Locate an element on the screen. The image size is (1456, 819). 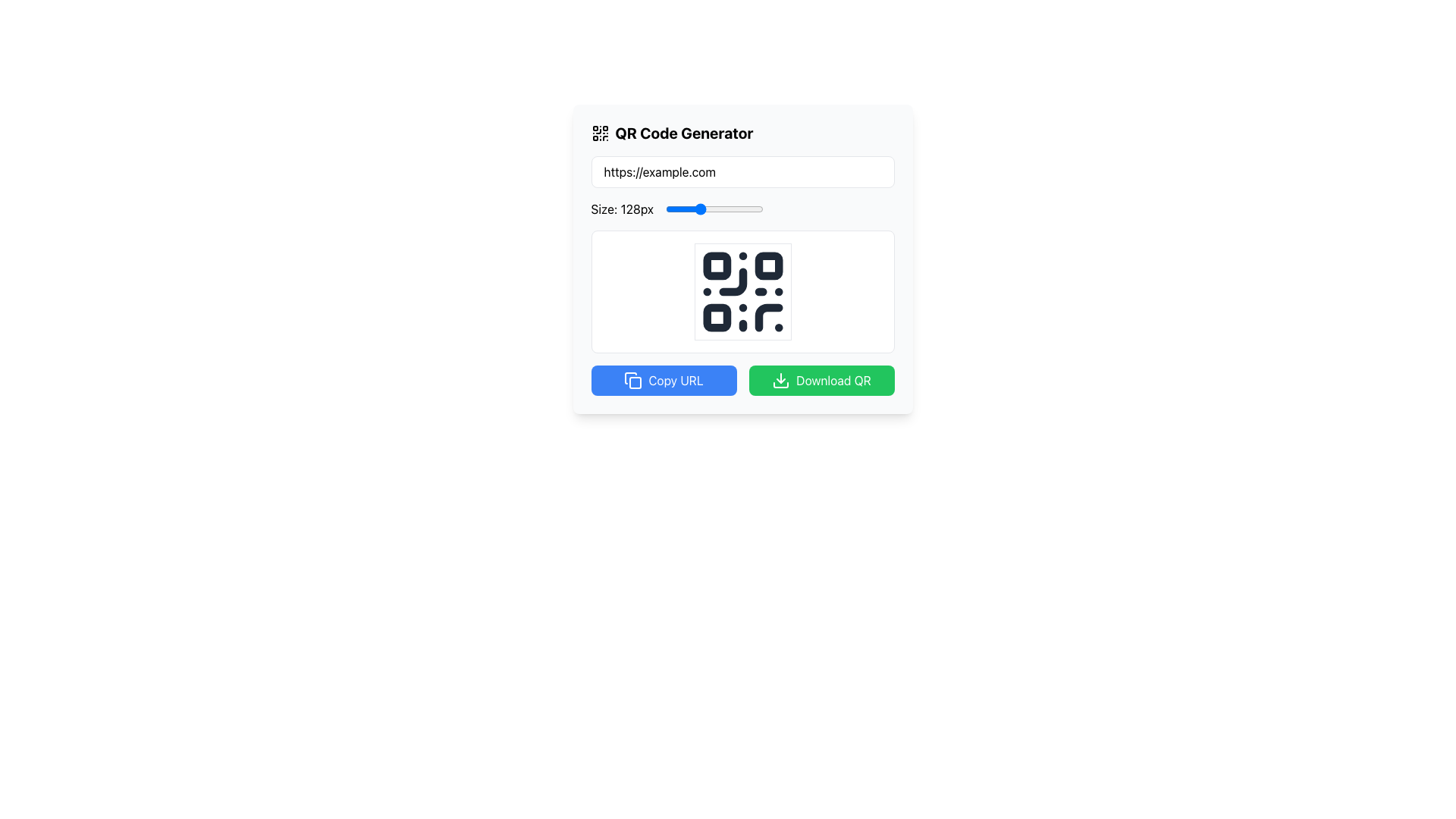
the graphical part of the QR code located at the top-left corner of the QR code visual in the middle of the panel is located at coordinates (716, 265).